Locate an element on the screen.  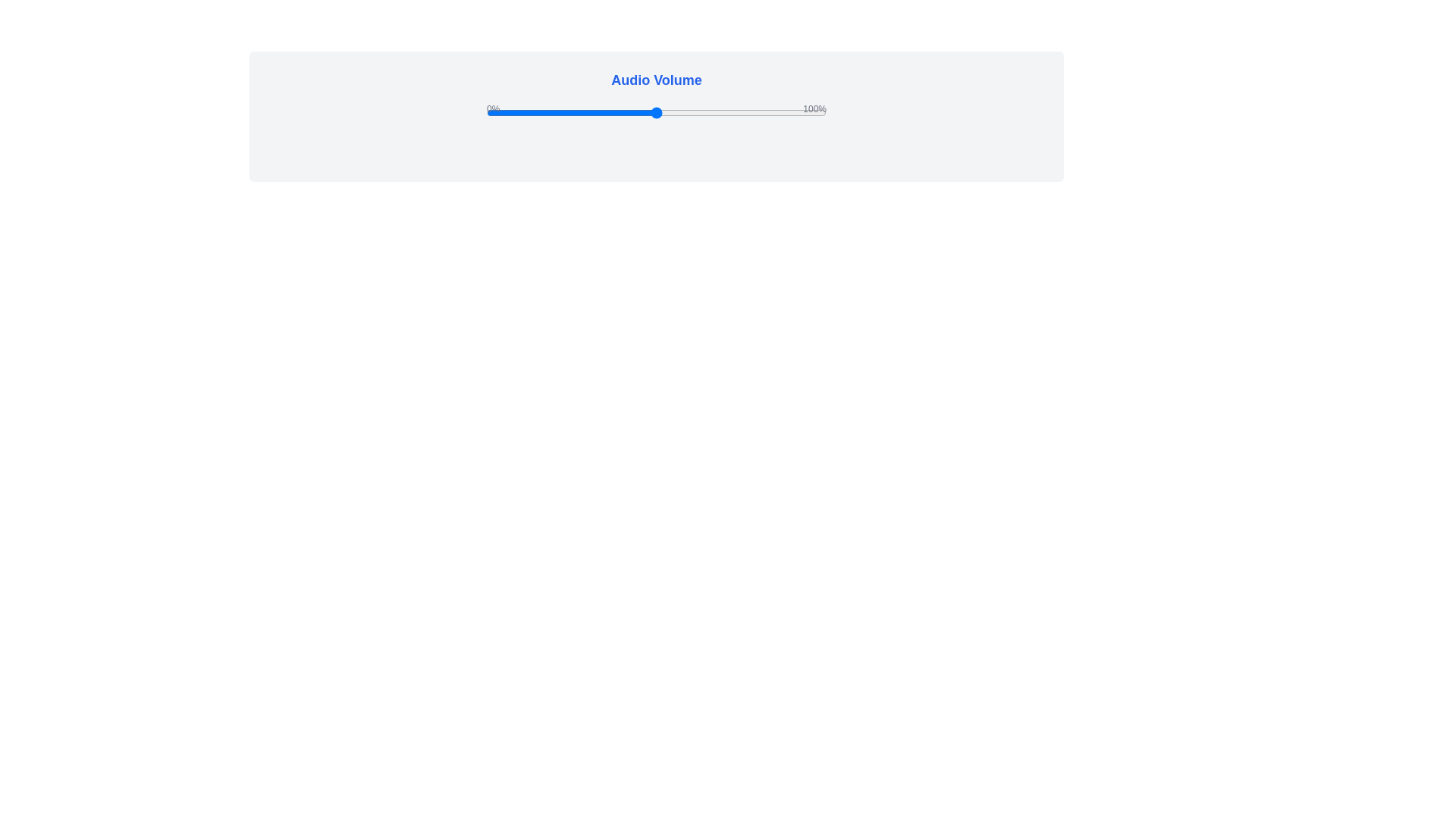
the volume is located at coordinates (720, 112).